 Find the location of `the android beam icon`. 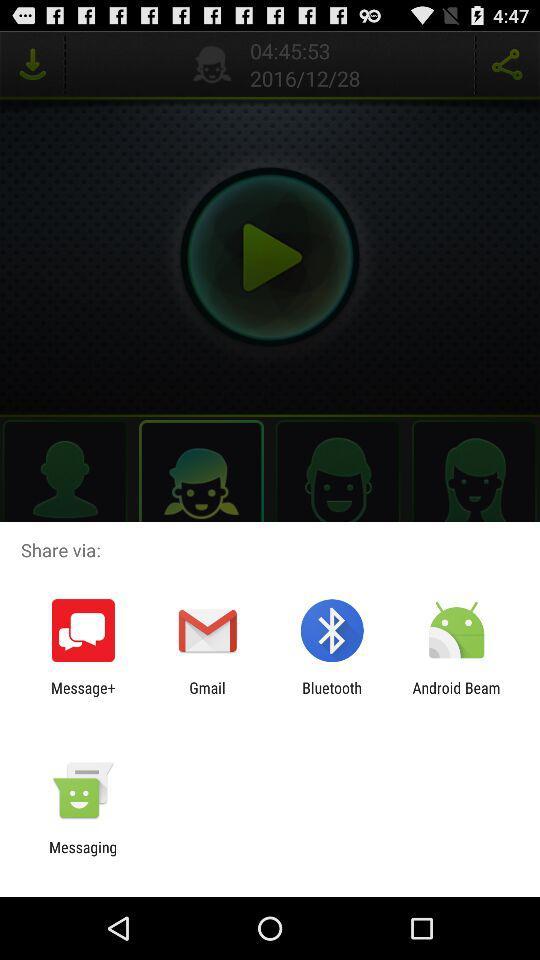

the android beam icon is located at coordinates (456, 696).